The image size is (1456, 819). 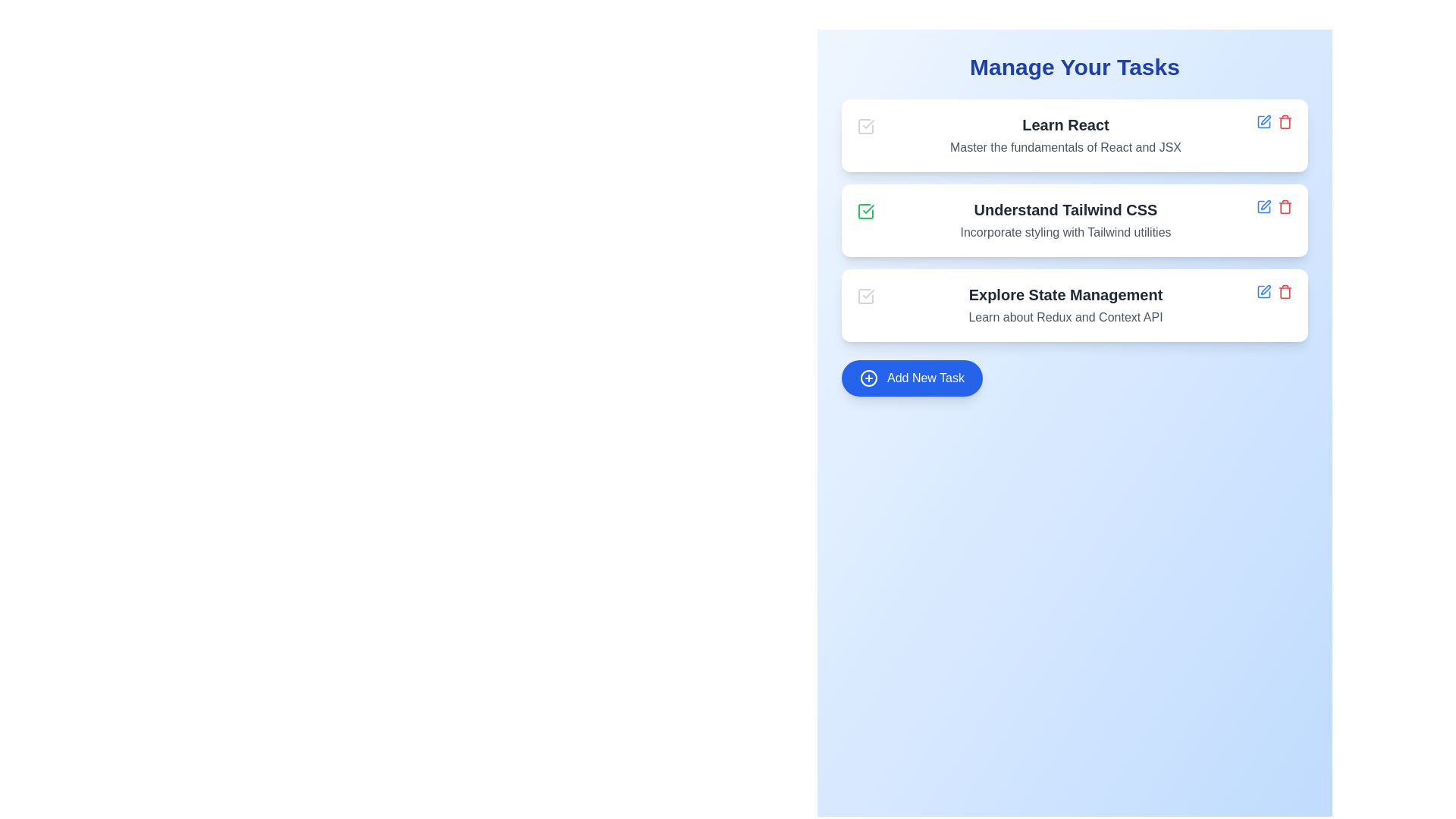 What do you see at coordinates (1065, 148) in the screenshot?
I see `the descriptive text located below the 'Learn React' heading in the topmost card of the vertical stack` at bounding box center [1065, 148].